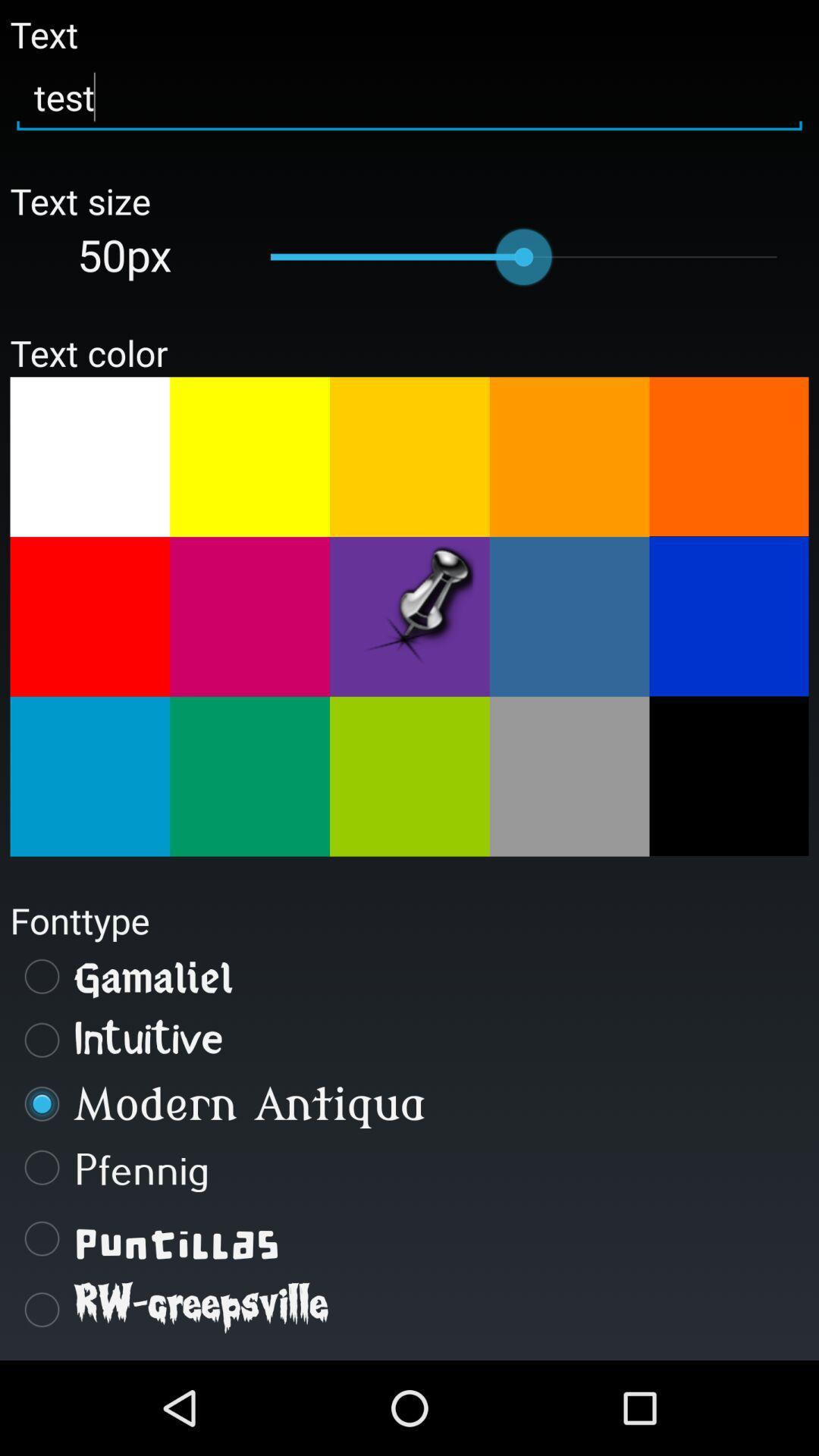 Image resolution: width=819 pixels, height=1456 pixels. What do you see at coordinates (728, 616) in the screenshot?
I see `a color` at bounding box center [728, 616].